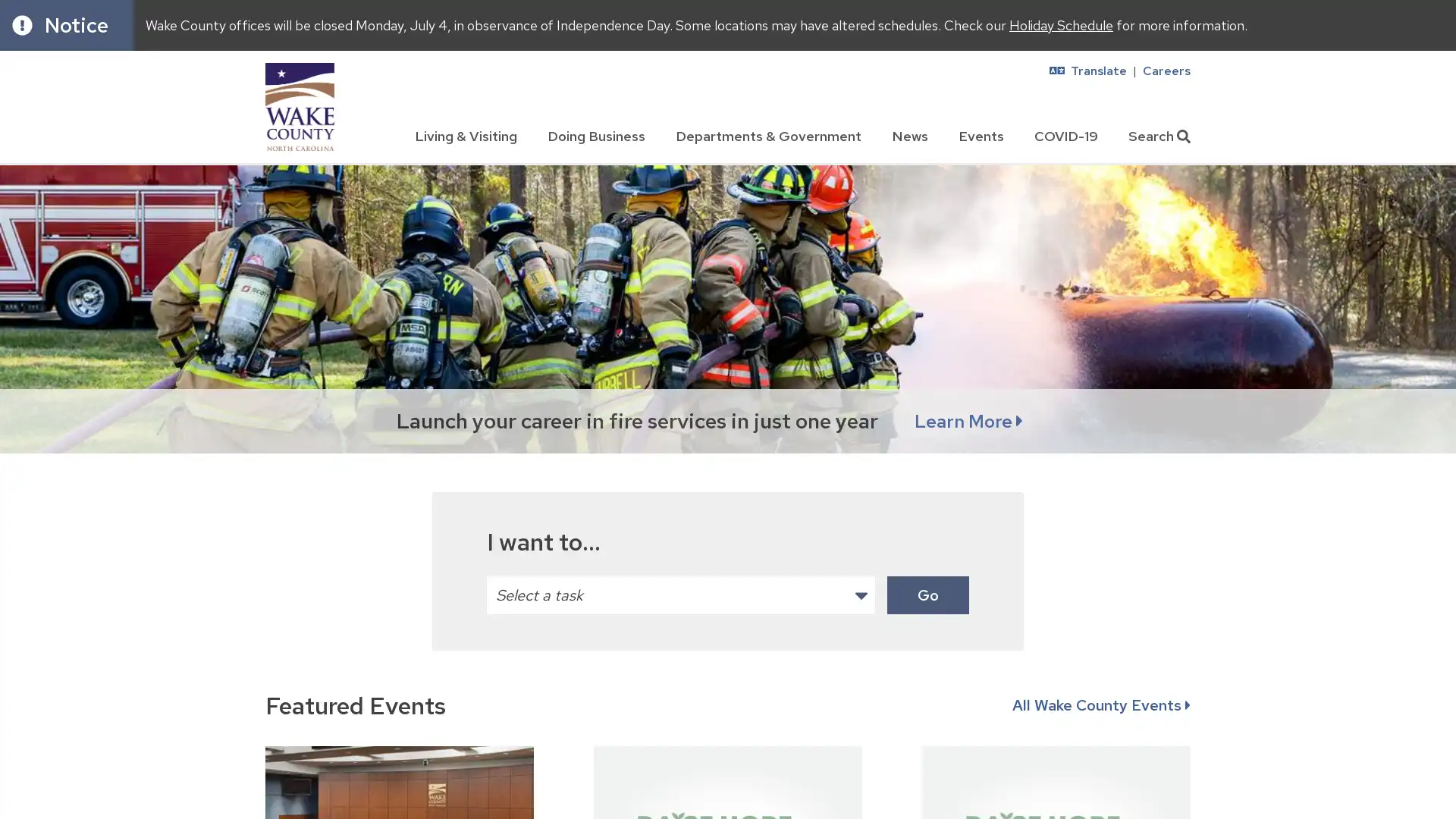 The height and width of the screenshot is (819, 1456). What do you see at coordinates (1159, 134) in the screenshot?
I see `Search` at bounding box center [1159, 134].